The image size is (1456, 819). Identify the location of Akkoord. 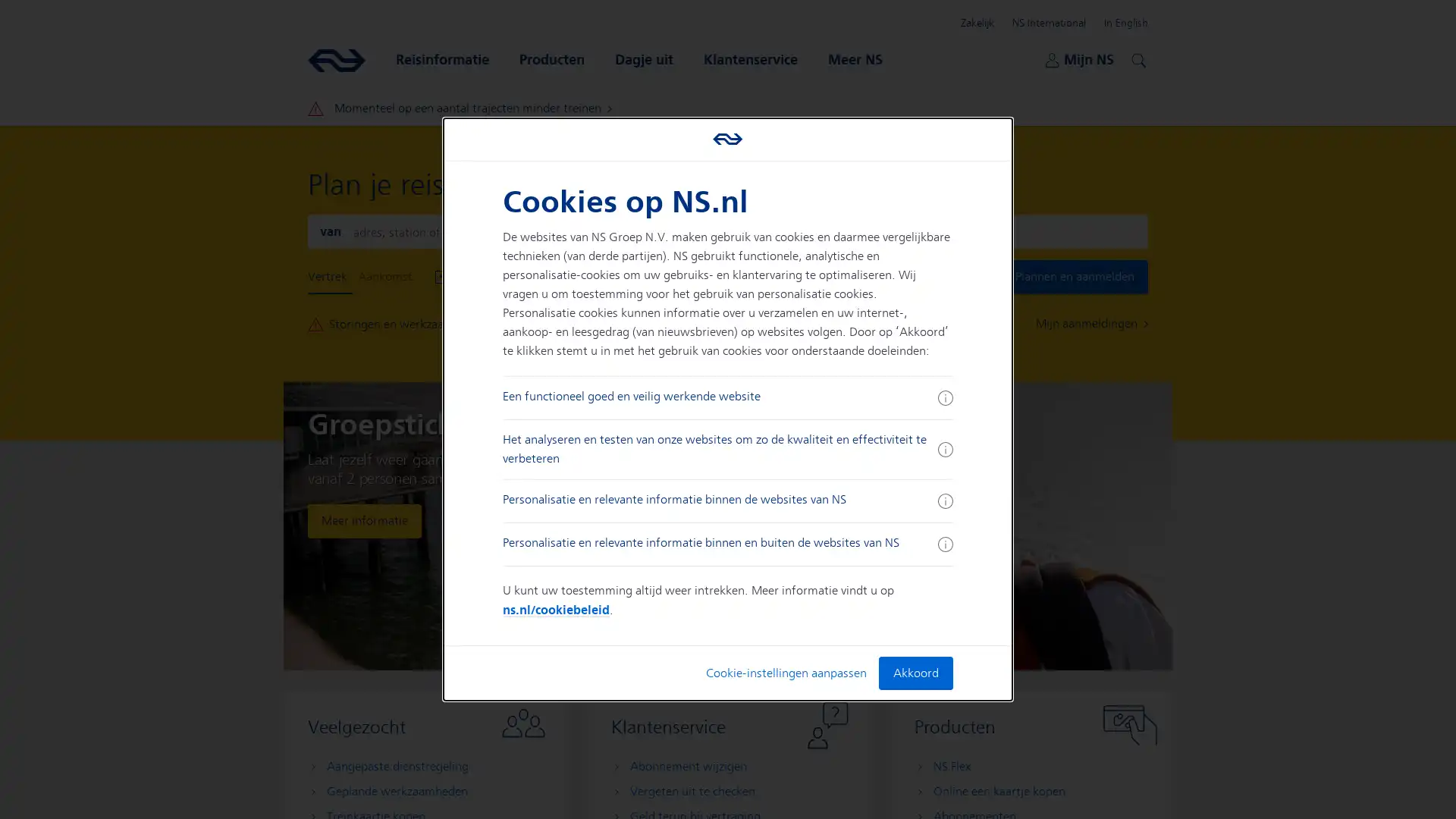
(914, 672).